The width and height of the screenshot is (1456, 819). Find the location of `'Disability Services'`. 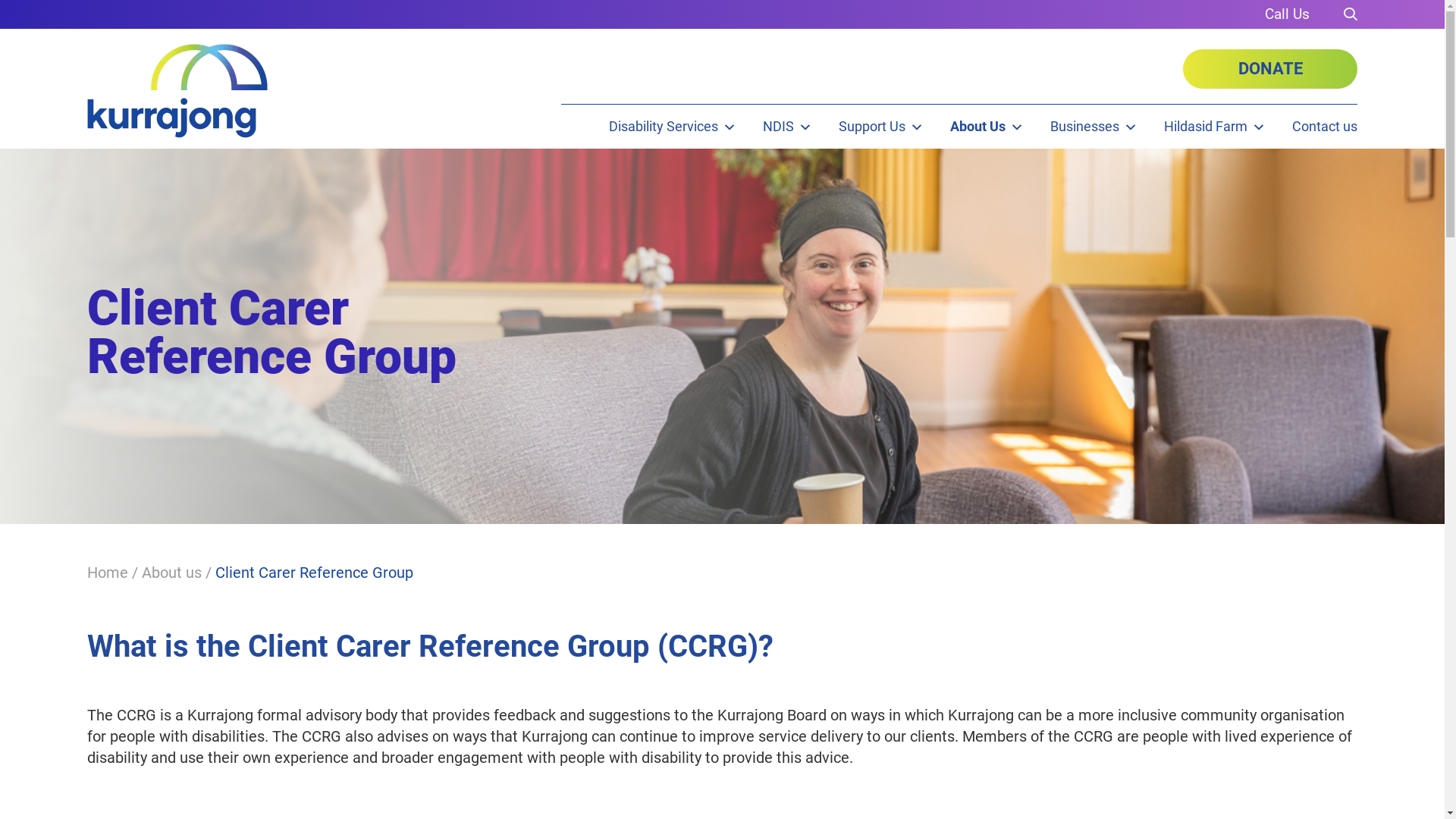

'Disability Services' is located at coordinates (672, 125).